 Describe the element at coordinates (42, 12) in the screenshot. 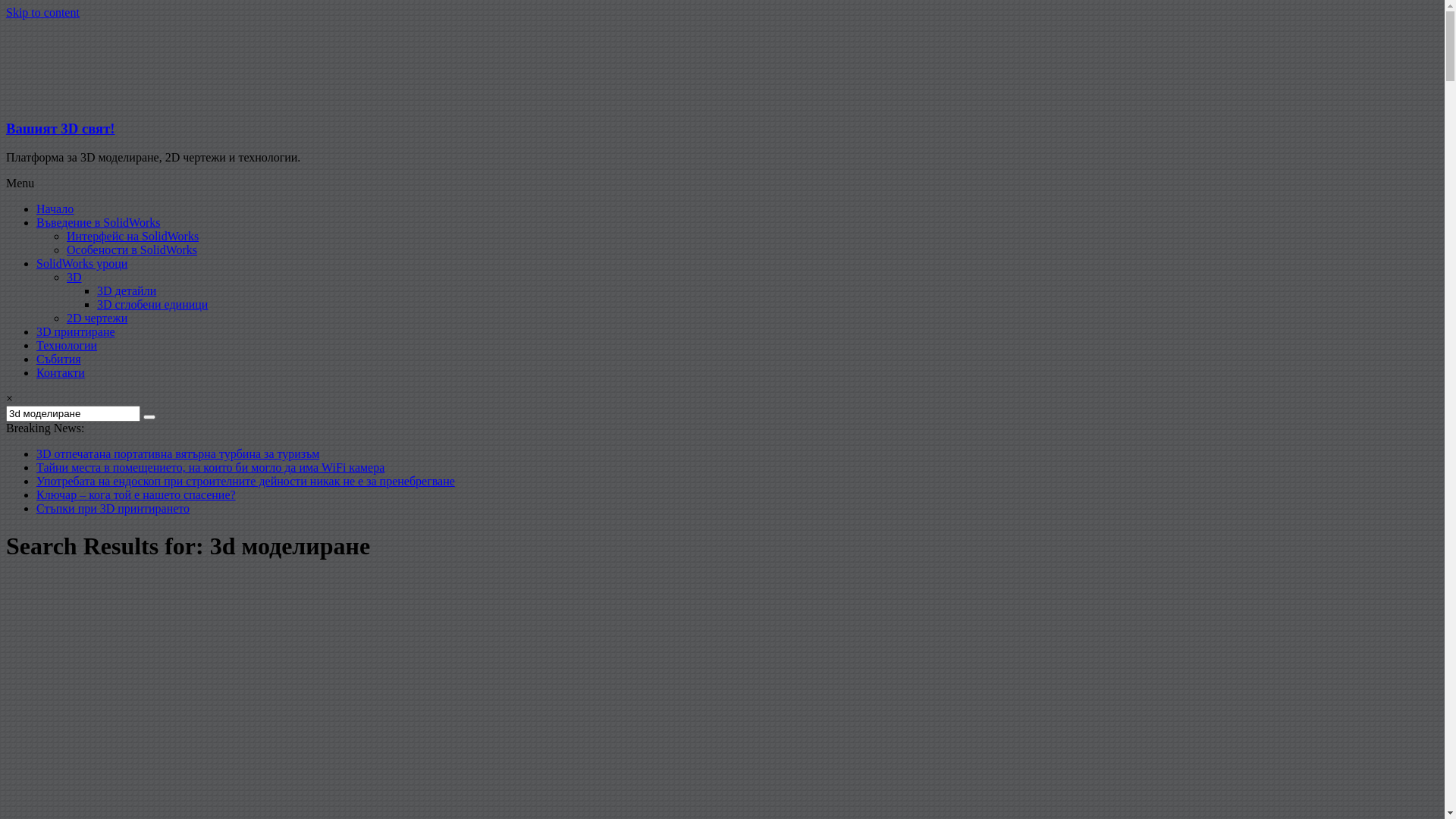

I see `'Skip to content'` at that location.